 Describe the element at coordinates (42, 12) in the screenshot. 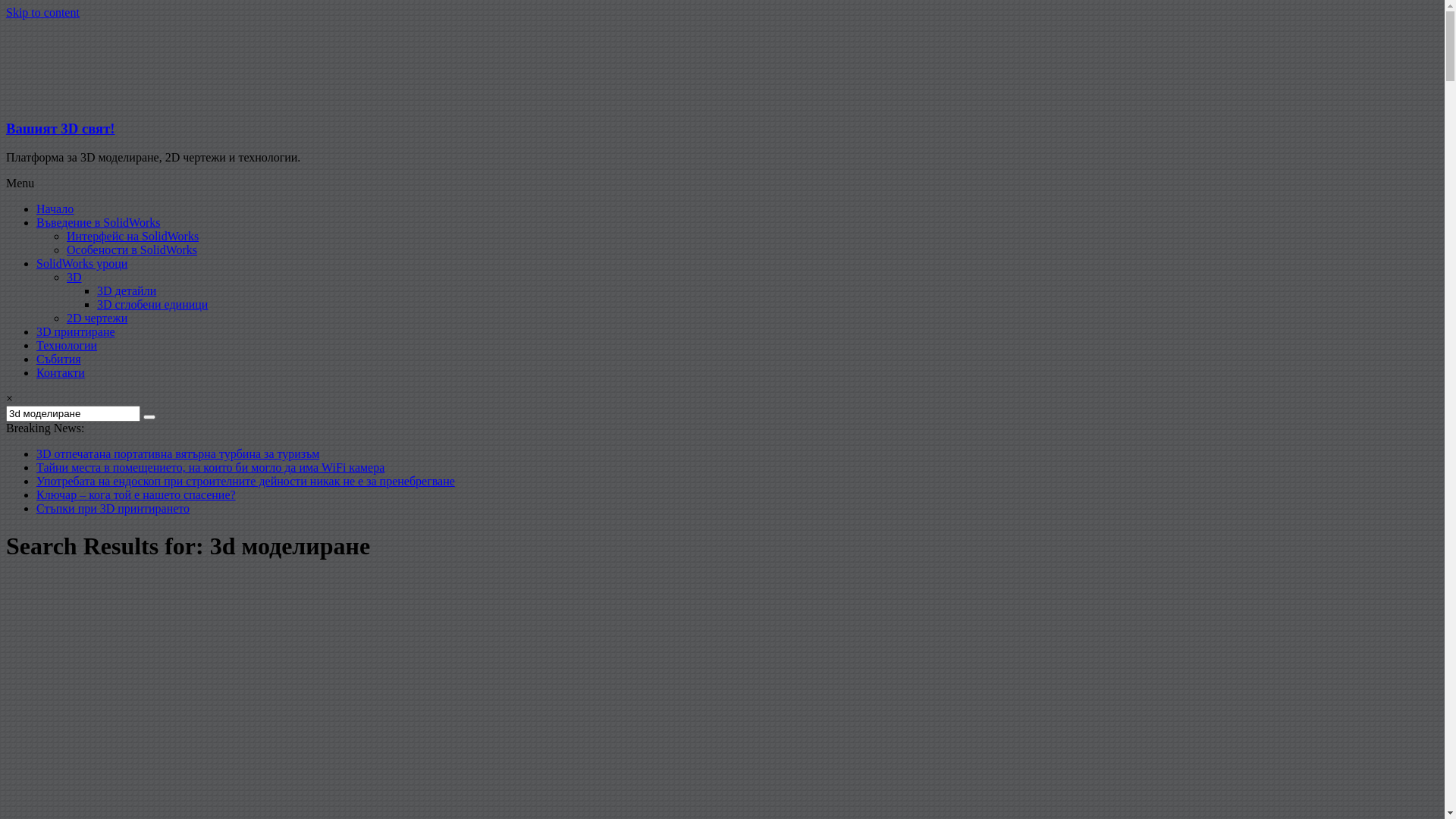

I see `'Skip to content'` at that location.